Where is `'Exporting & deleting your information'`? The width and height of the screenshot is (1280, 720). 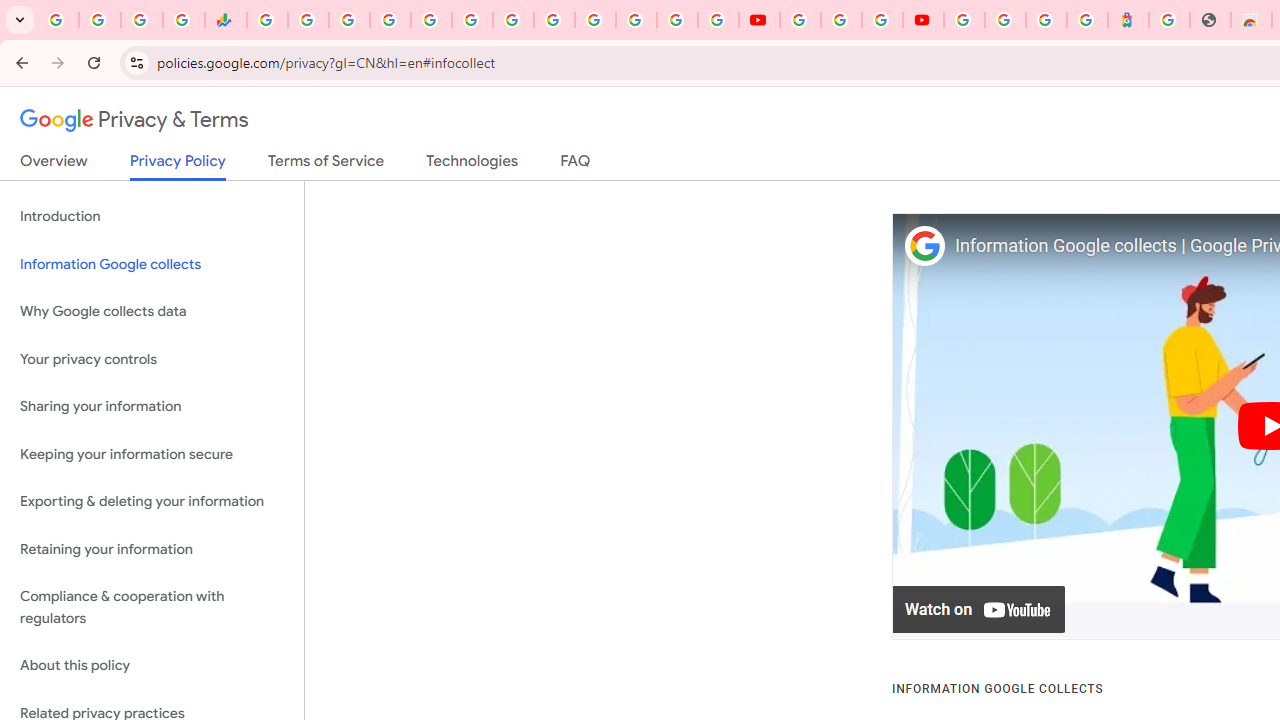 'Exporting & deleting your information' is located at coordinates (151, 501).